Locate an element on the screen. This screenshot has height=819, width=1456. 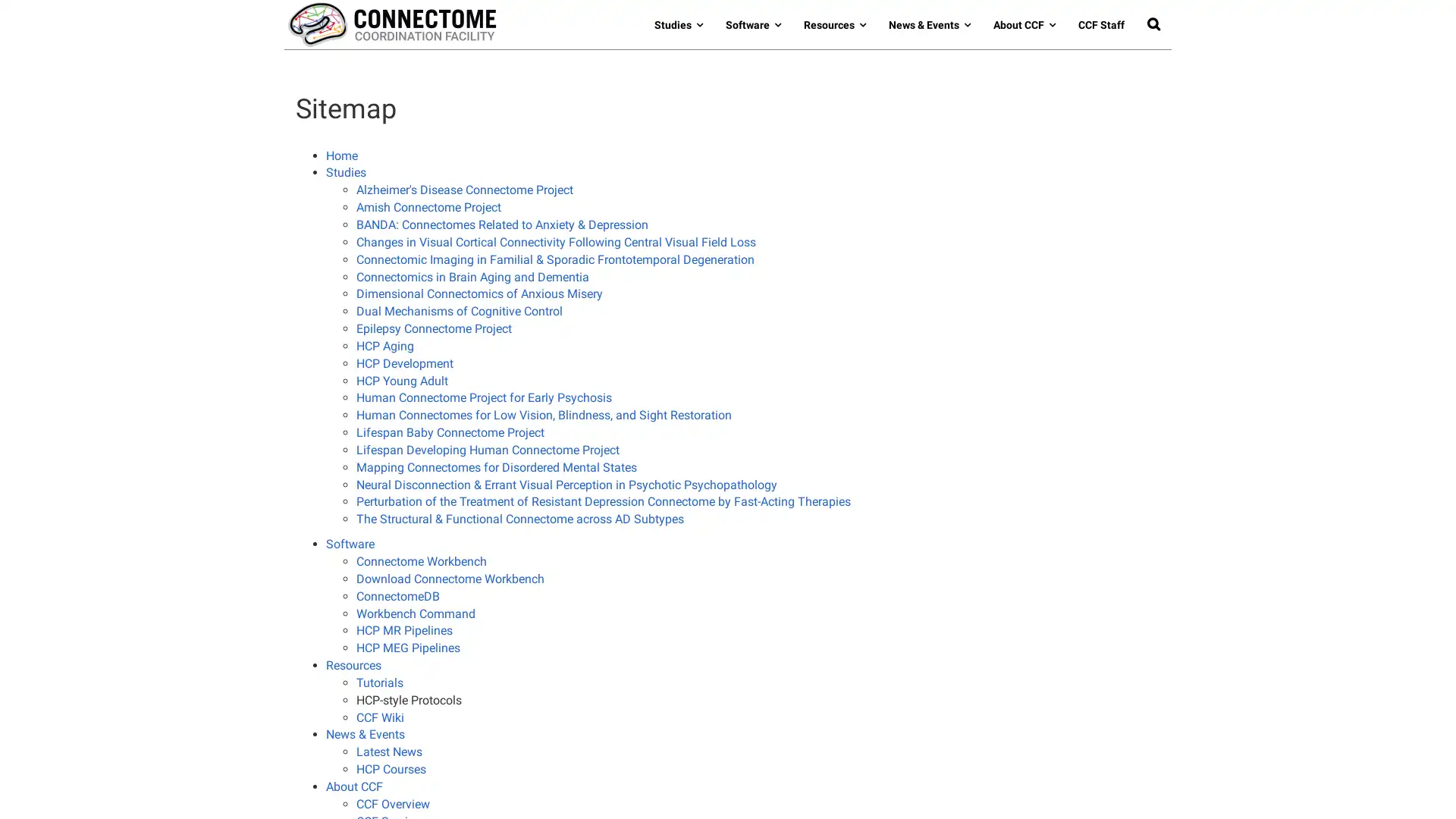
Resources is located at coordinates (833, 29).